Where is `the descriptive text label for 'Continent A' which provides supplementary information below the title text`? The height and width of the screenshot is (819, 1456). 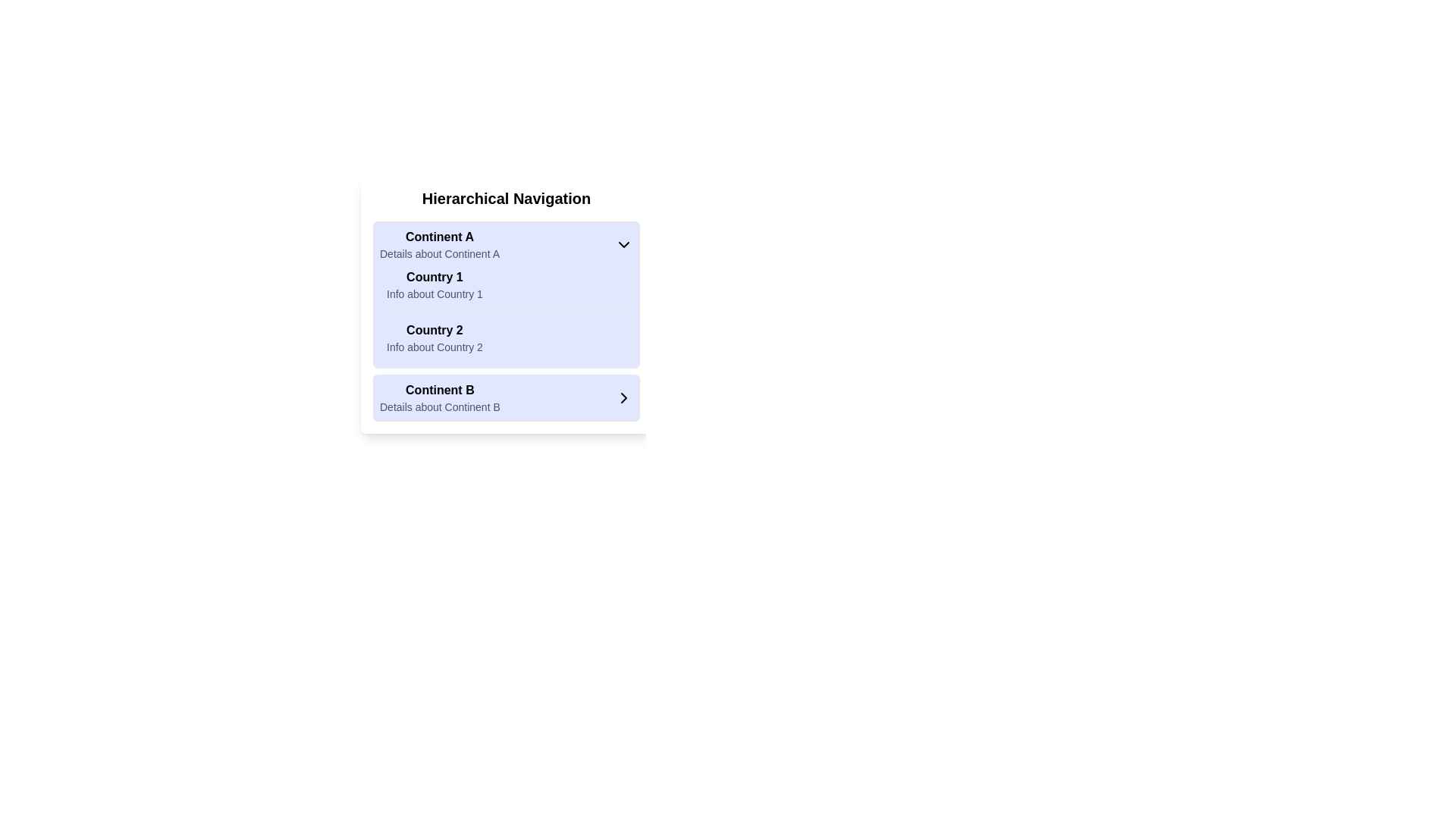 the descriptive text label for 'Continent A' which provides supplementary information below the title text is located at coordinates (439, 253).